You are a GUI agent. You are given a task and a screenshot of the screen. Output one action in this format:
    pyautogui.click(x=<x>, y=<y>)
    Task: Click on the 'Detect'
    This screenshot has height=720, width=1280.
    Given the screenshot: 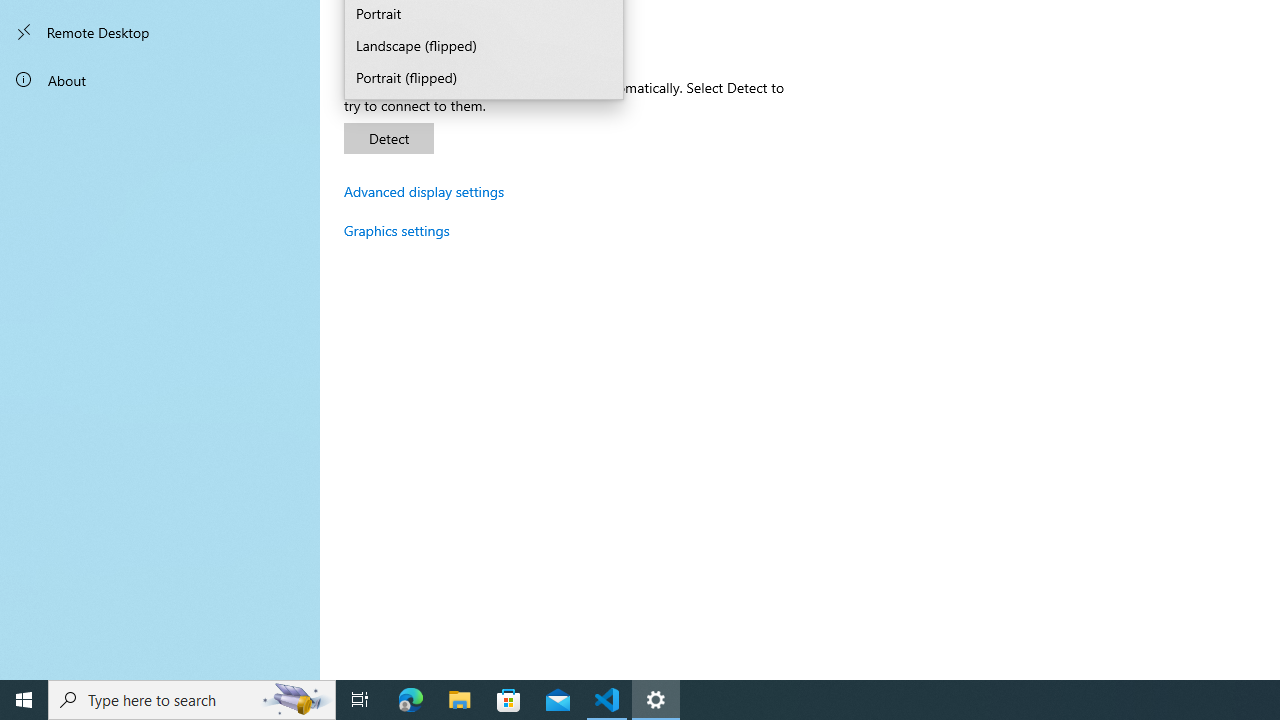 What is the action you would take?
    pyautogui.click(x=389, y=137)
    